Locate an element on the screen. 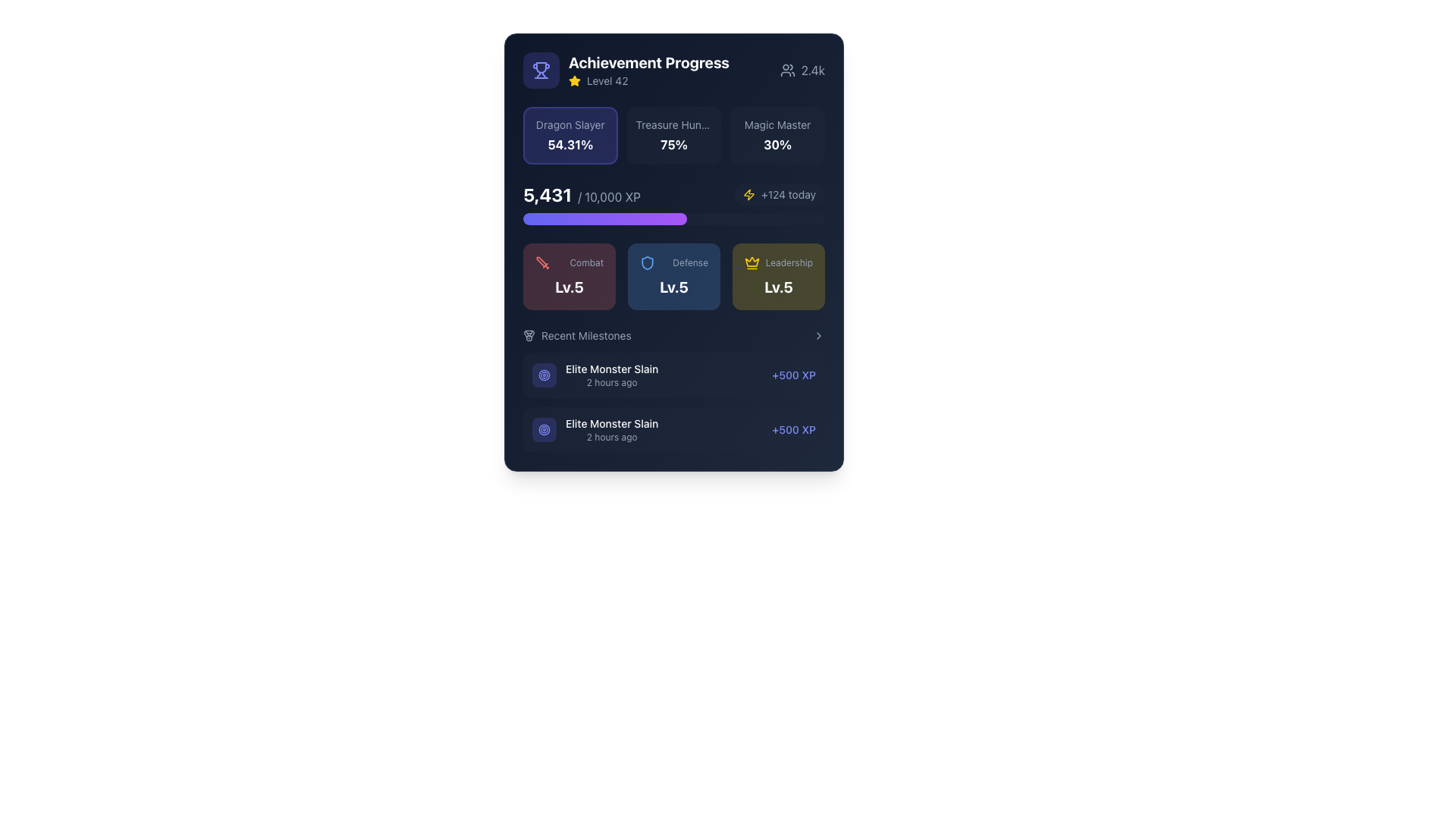  the text label displaying ‘+500 XP’ in indigo color, which is part of the milestone record card labeled 'Elite Monster Slain 2 hours ago' is located at coordinates (793, 430).